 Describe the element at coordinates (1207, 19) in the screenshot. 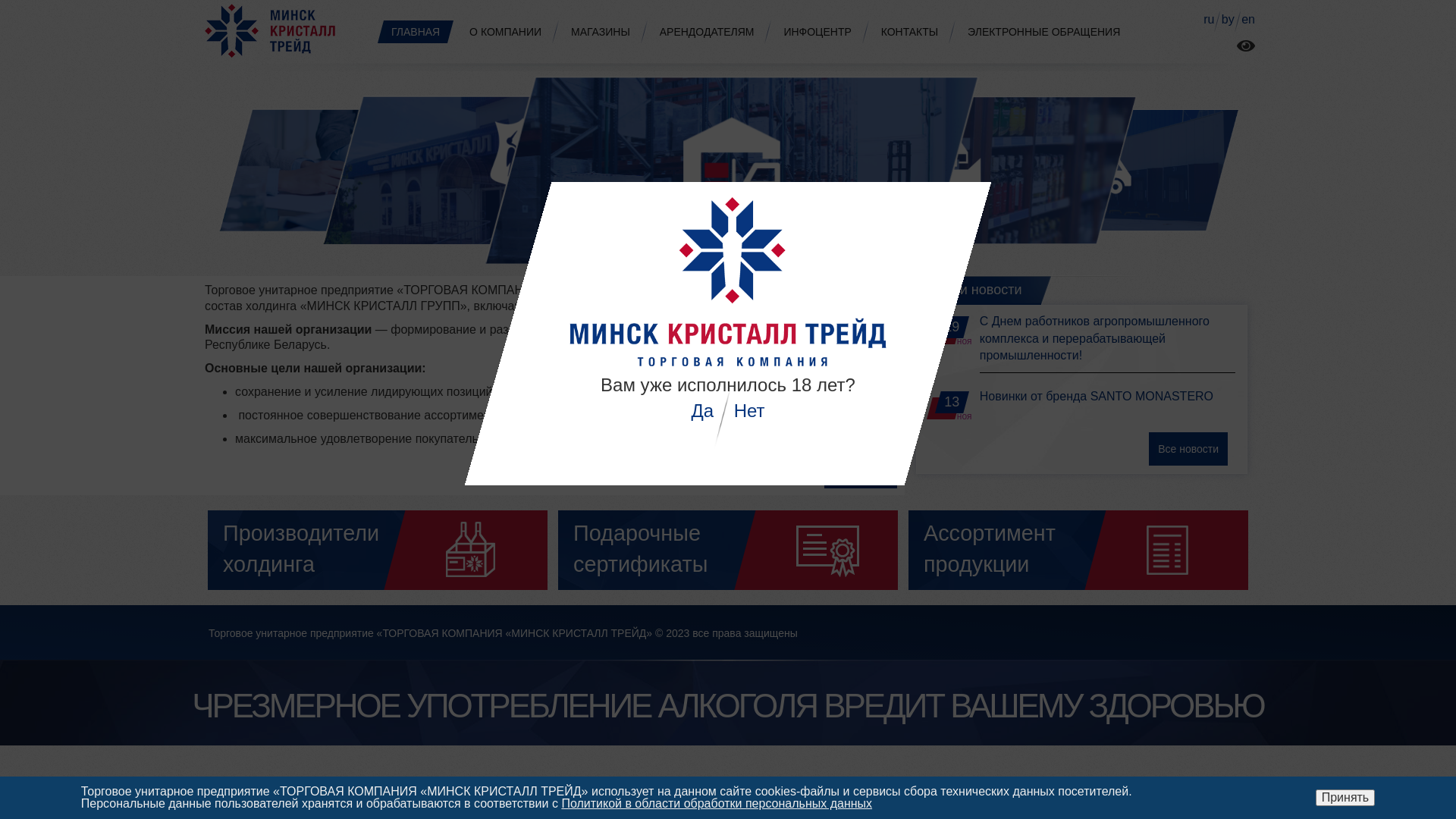

I see `'ru'` at that location.